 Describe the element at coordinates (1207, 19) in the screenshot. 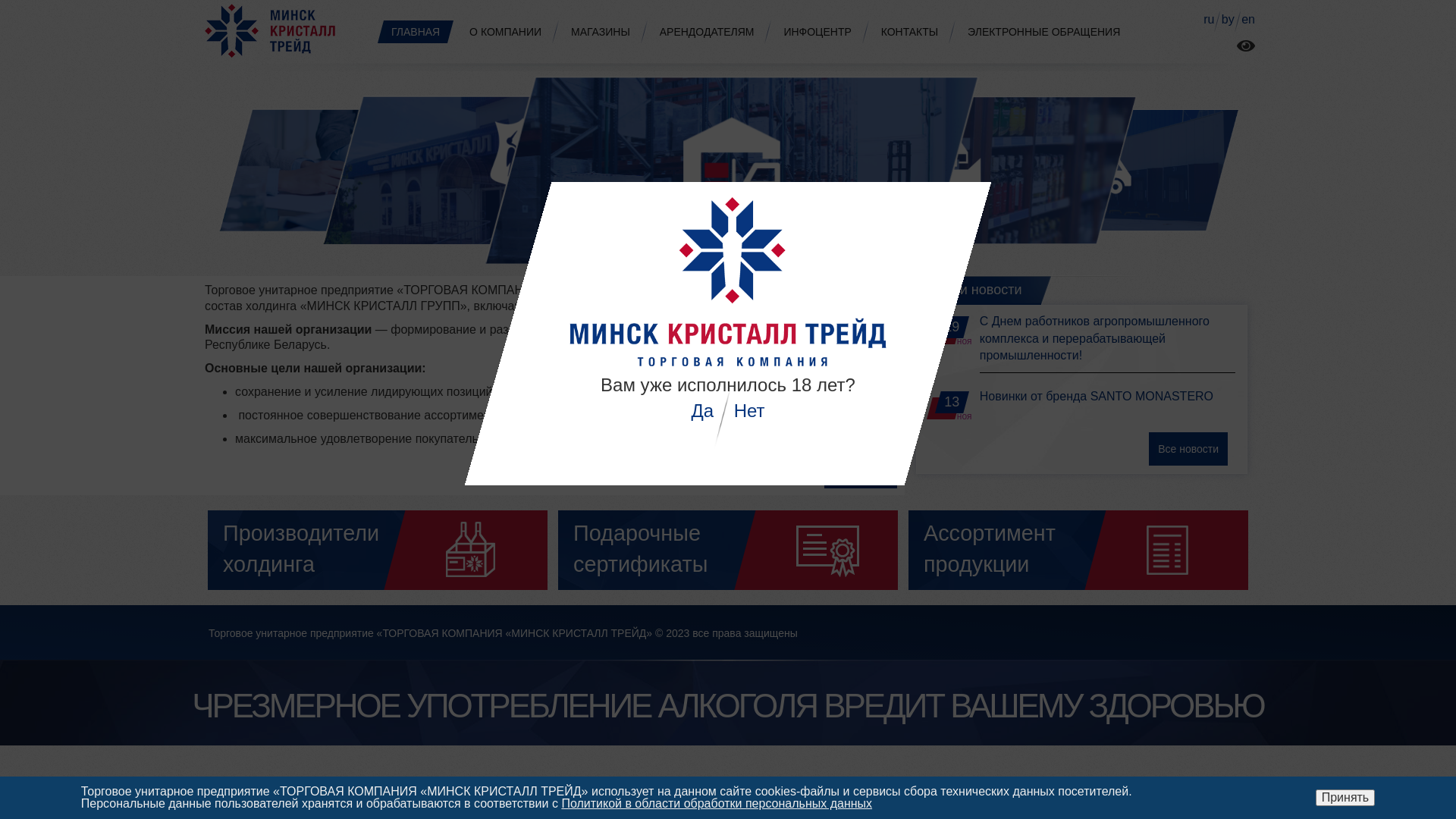

I see `'ru'` at that location.